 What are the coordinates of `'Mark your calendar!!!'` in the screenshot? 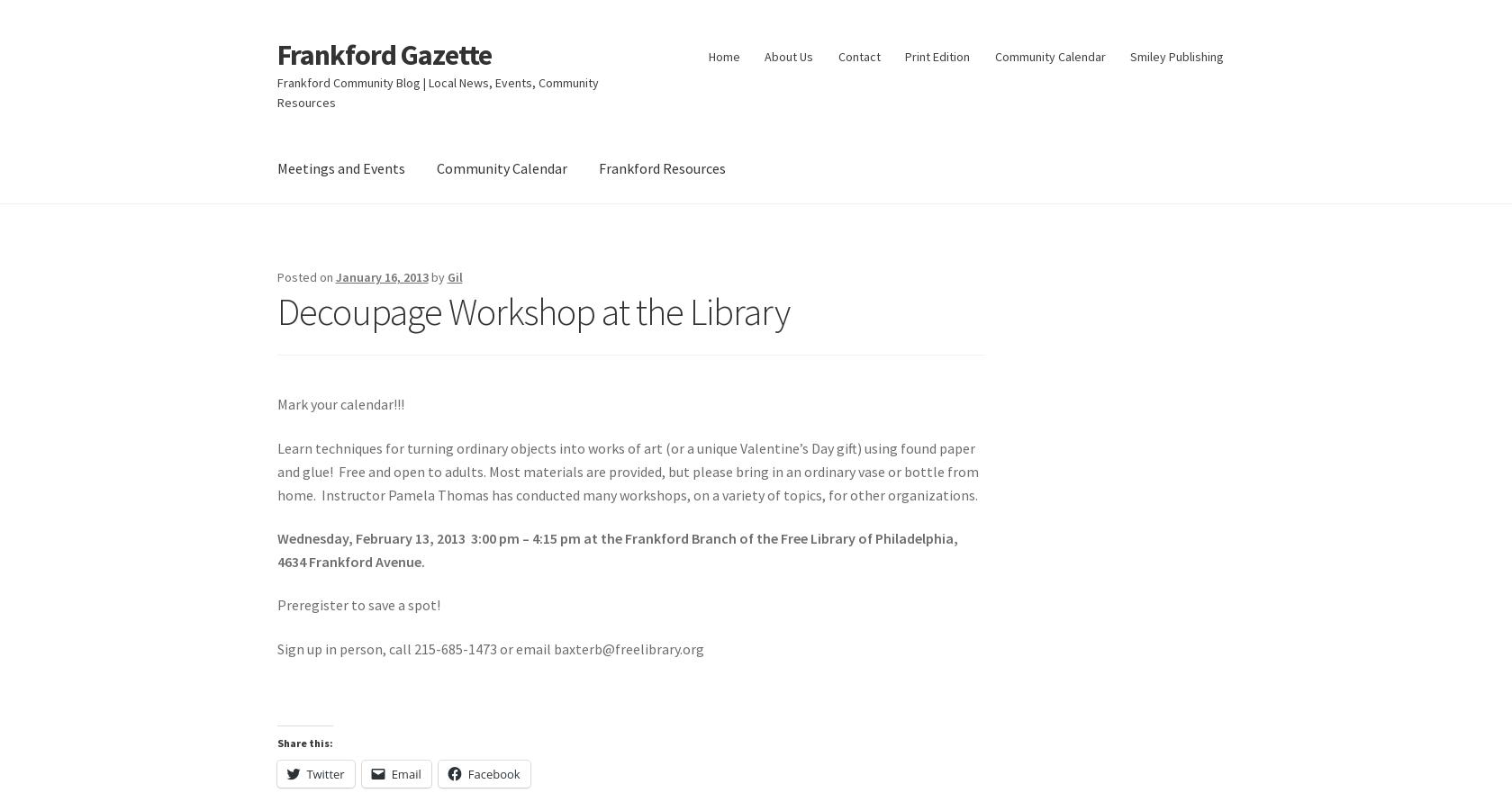 It's located at (340, 402).